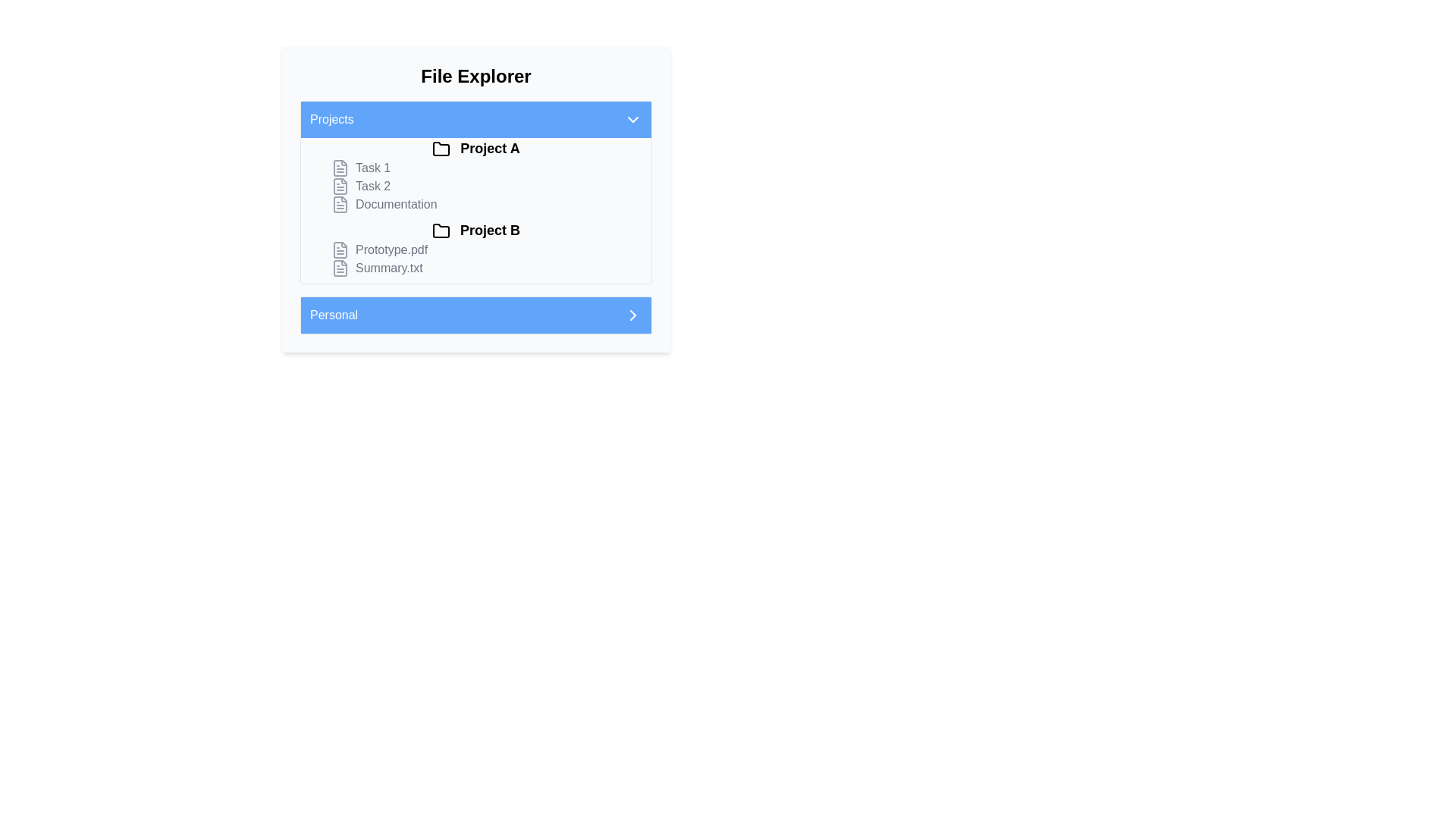  What do you see at coordinates (475, 231) in the screenshot?
I see `the text label identifying the folder titled 'Project B'` at bounding box center [475, 231].